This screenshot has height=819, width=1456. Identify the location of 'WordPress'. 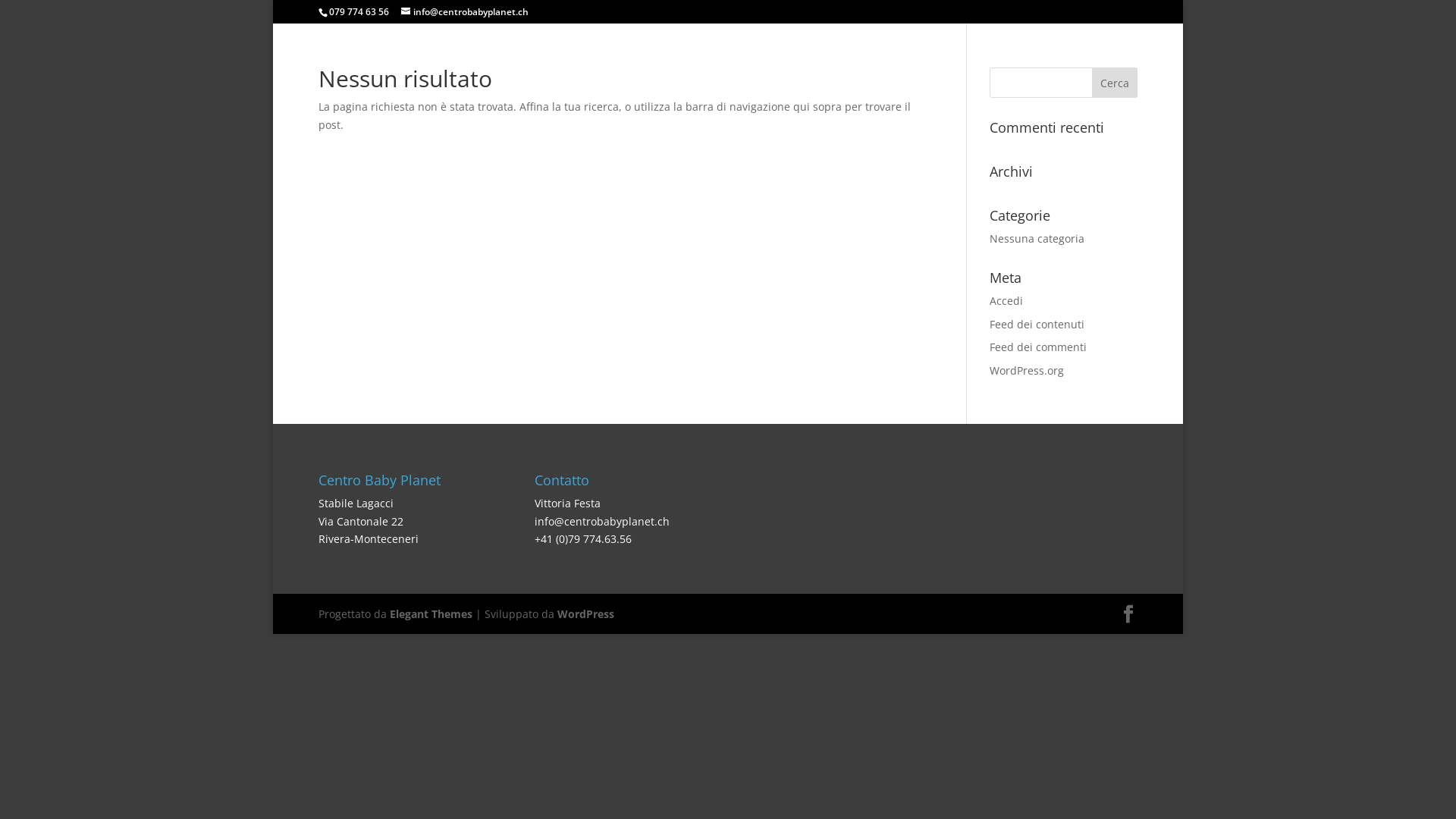
(585, 613).